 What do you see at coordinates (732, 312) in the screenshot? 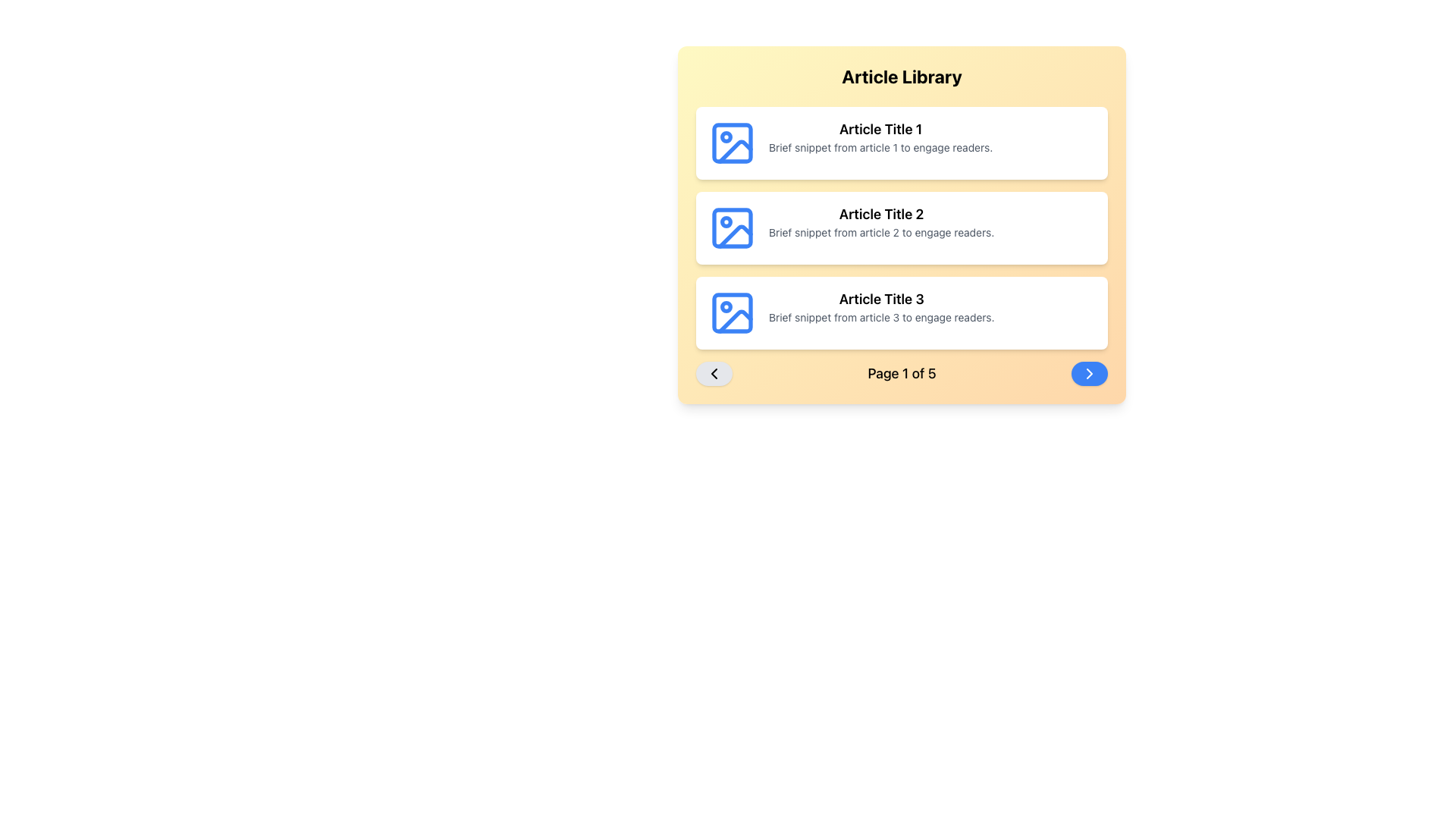
I see `the small rounded rectangle decorative element located in the top-left area of the blue image icon within the third list item on the interface` at bounding box center [732, 312].